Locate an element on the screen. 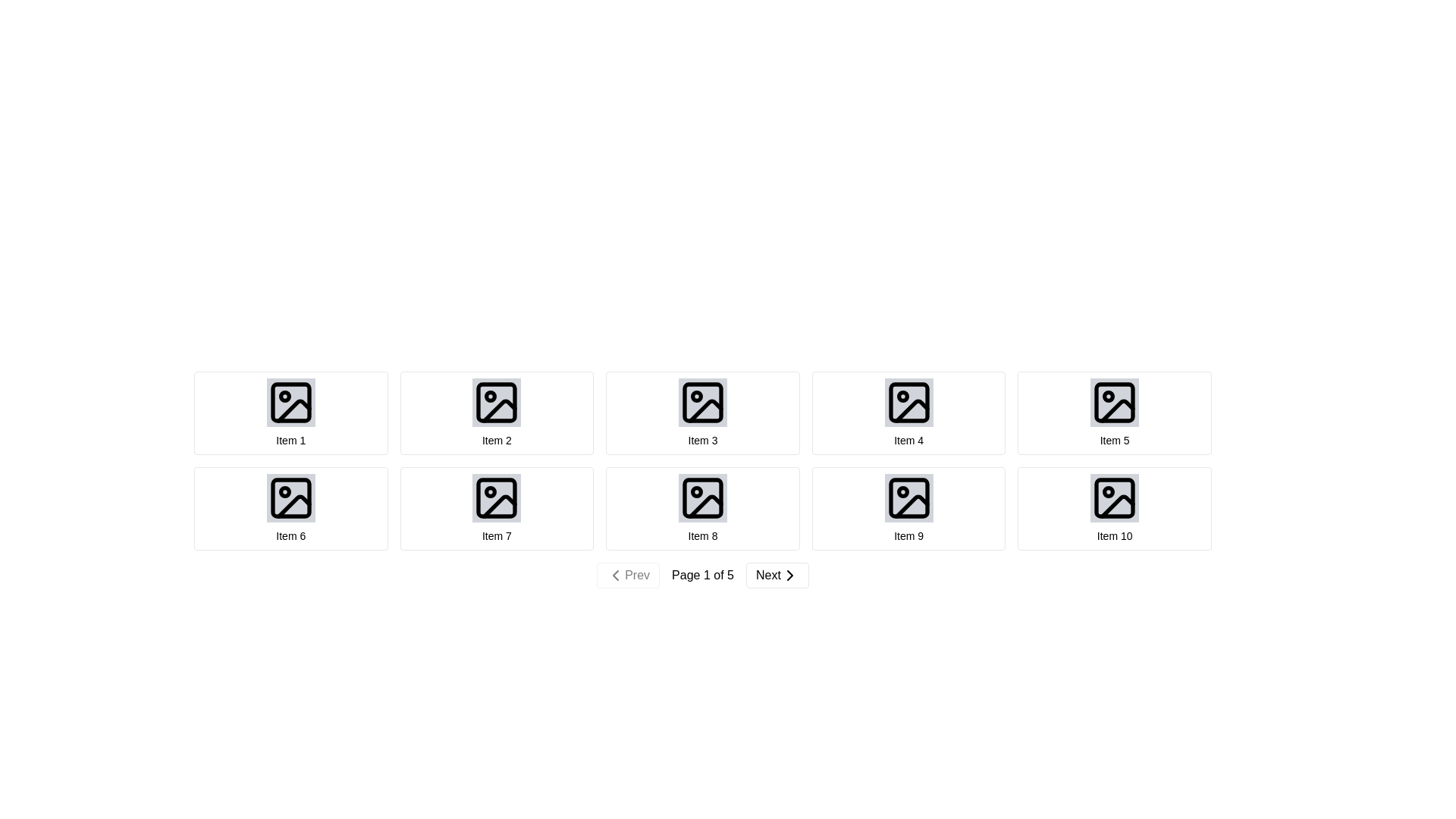 The width and height of the screenshot is (1456, 819). the text label displaying 'Item 7', which is positioned below an image placeholder in the grid of item cards is located at coordinates (497, 535).